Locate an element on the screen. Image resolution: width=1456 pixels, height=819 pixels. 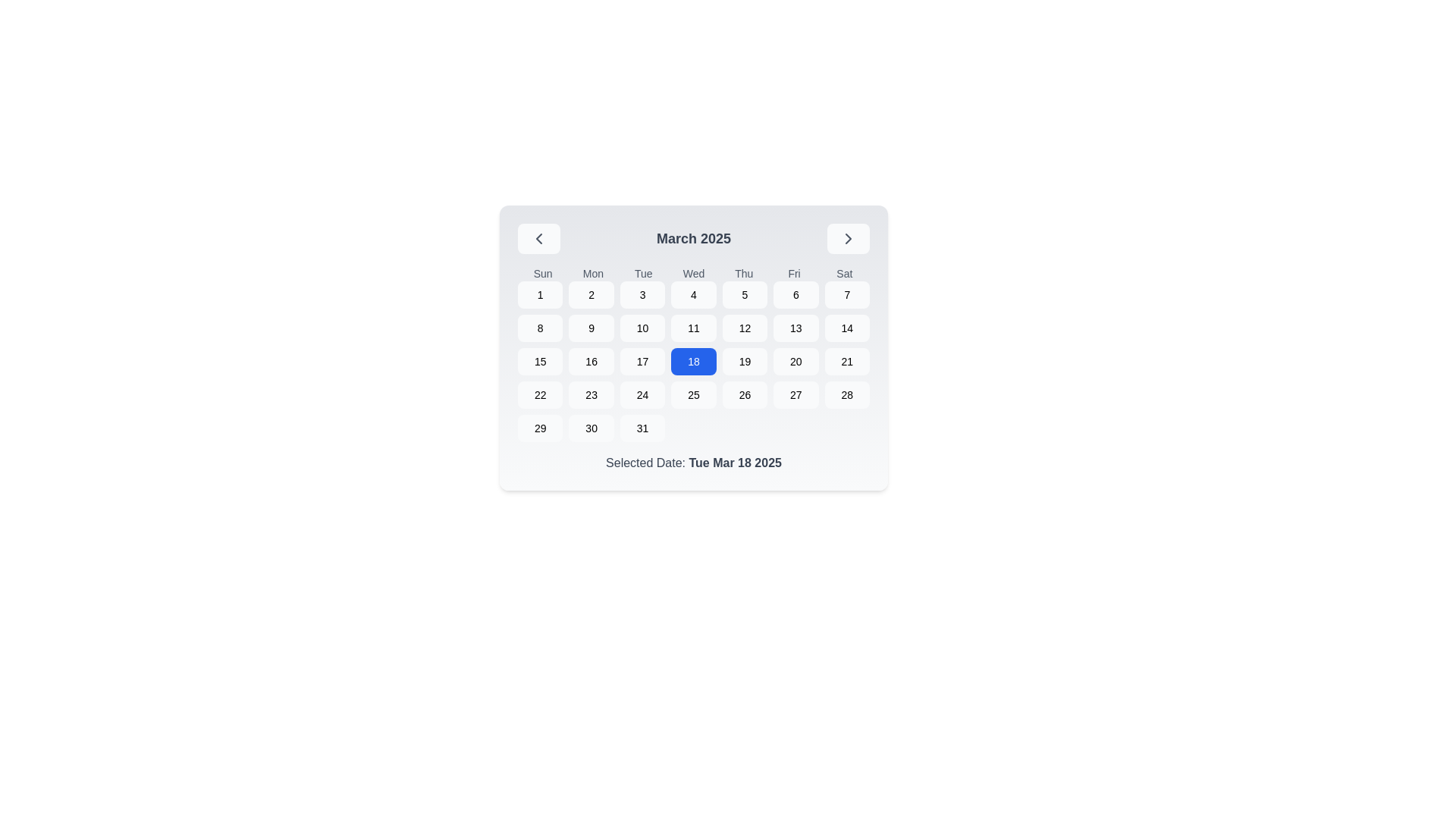
the selectable calendar date cell displaying the number '11' is located at coordinates (693, 327).